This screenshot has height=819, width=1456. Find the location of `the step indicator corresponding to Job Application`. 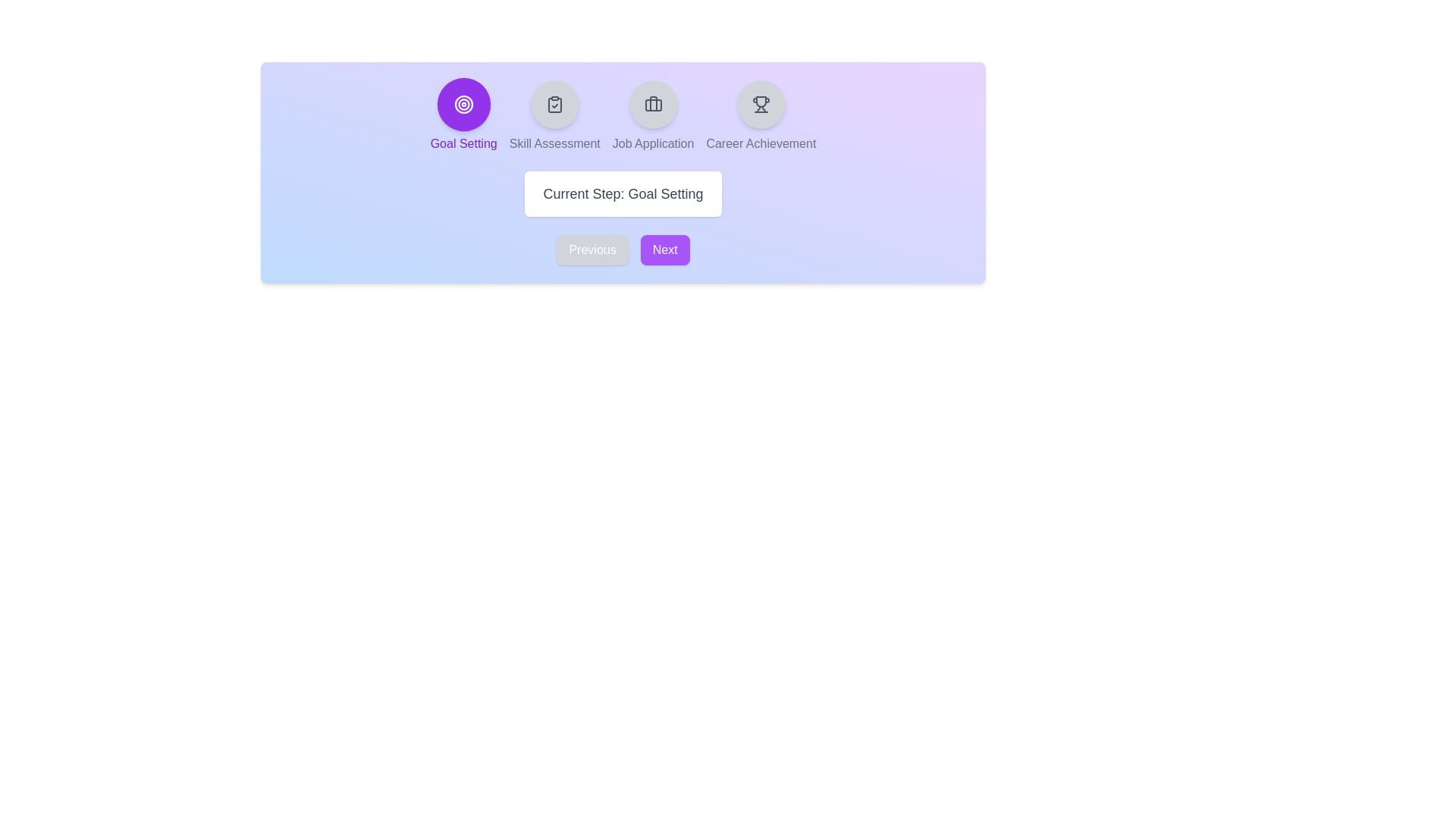

the step indicator corresponding to Job Application is located at coordinates (653, 104).